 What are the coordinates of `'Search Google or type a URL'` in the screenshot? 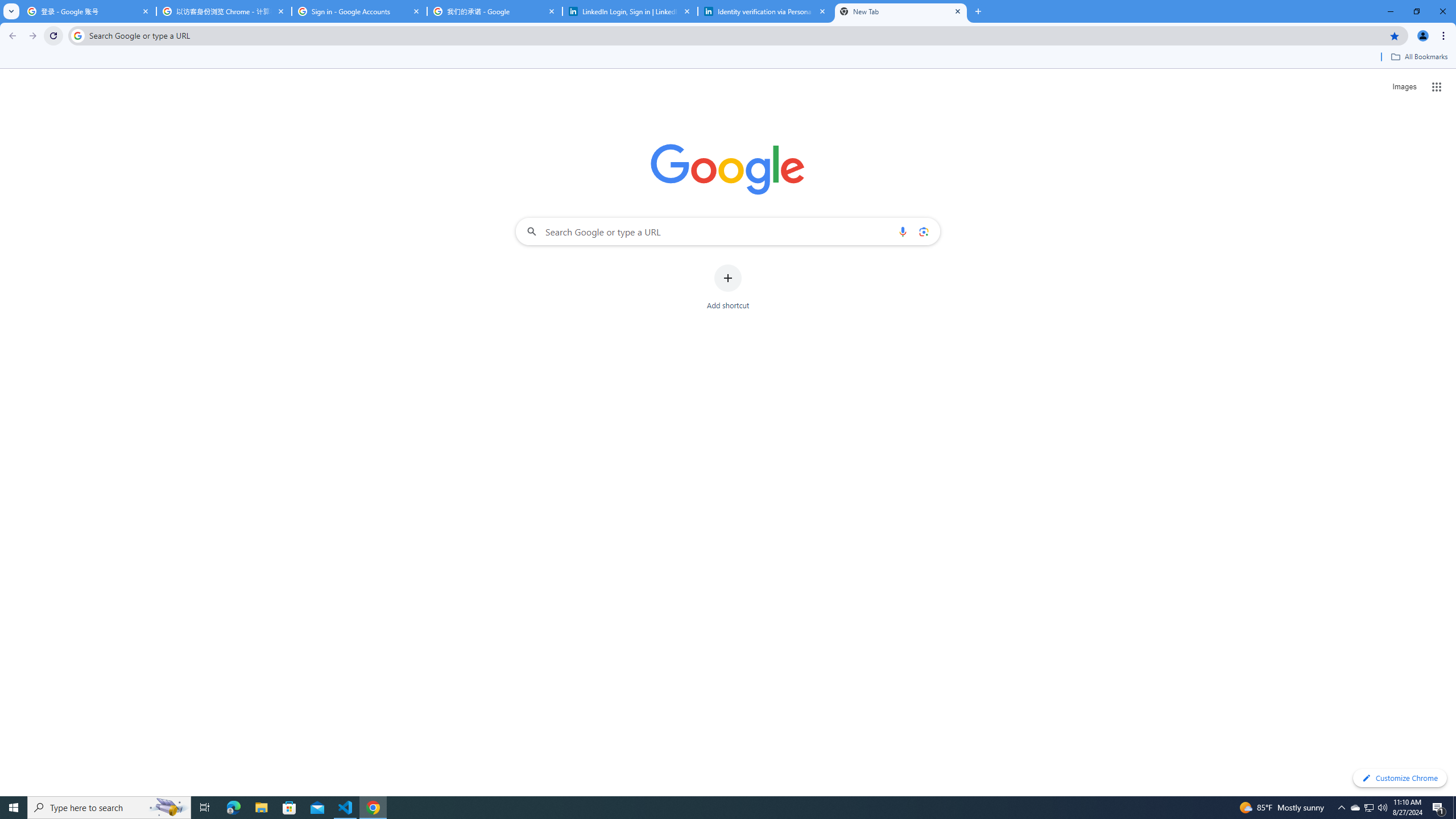 It's located at (728, 230).